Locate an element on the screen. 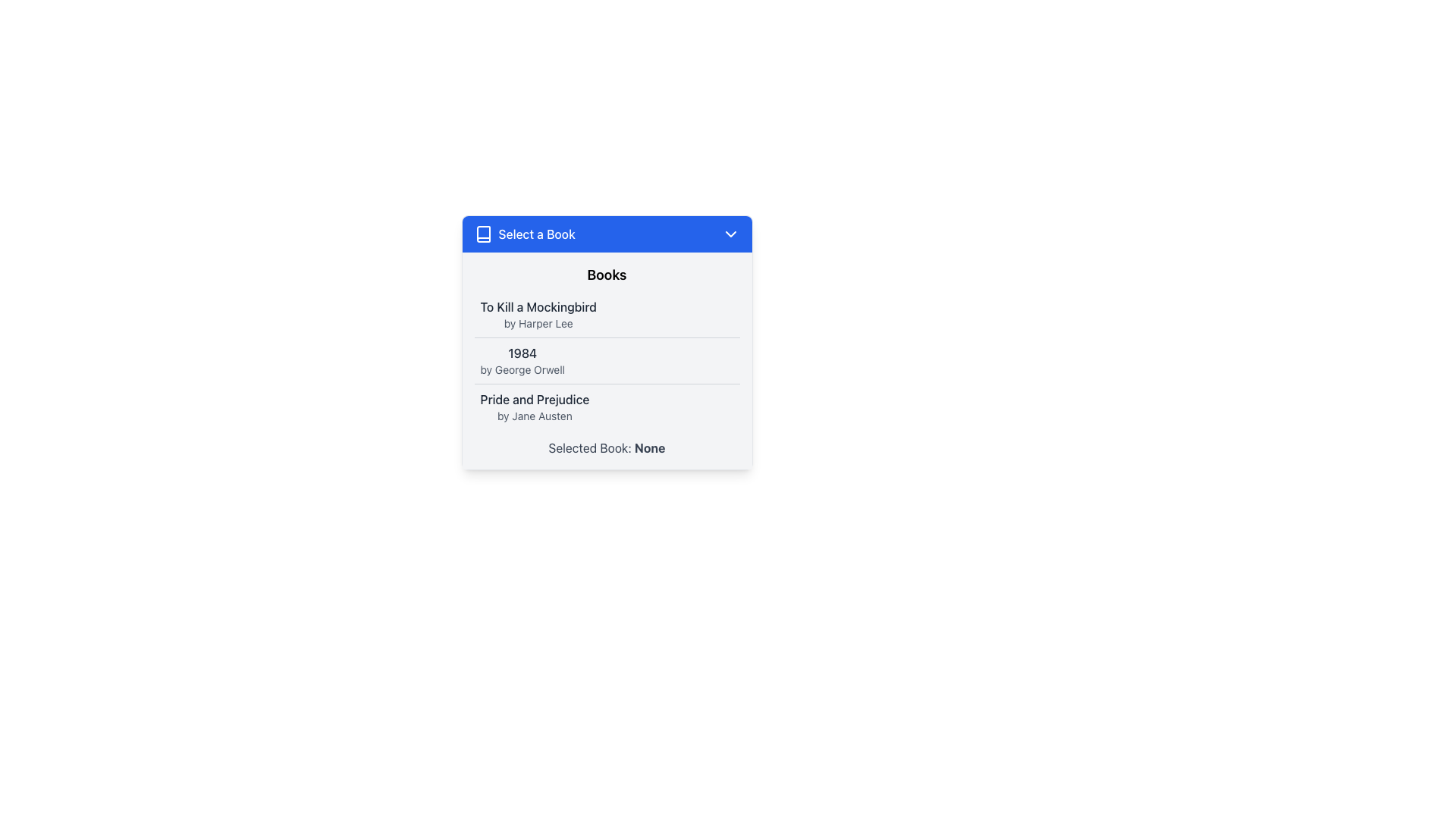  the decorative icon located in the header section labeled 'Select a Book', positioned to the left of the text 'Select a Book' is located at coordinates (482, 234).